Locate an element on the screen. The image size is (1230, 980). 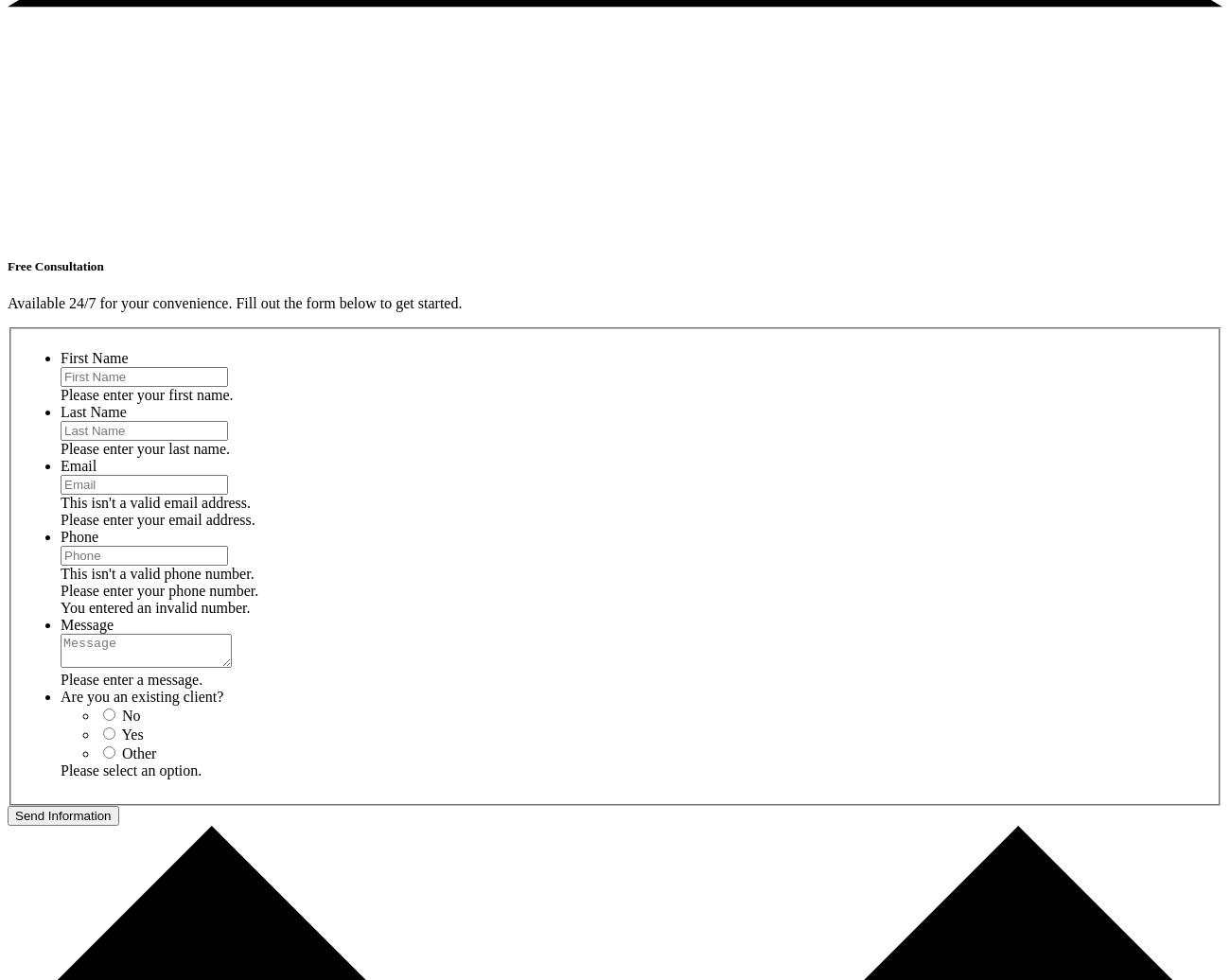
'Please enter your first name.' is located at coordinates (145, 394).